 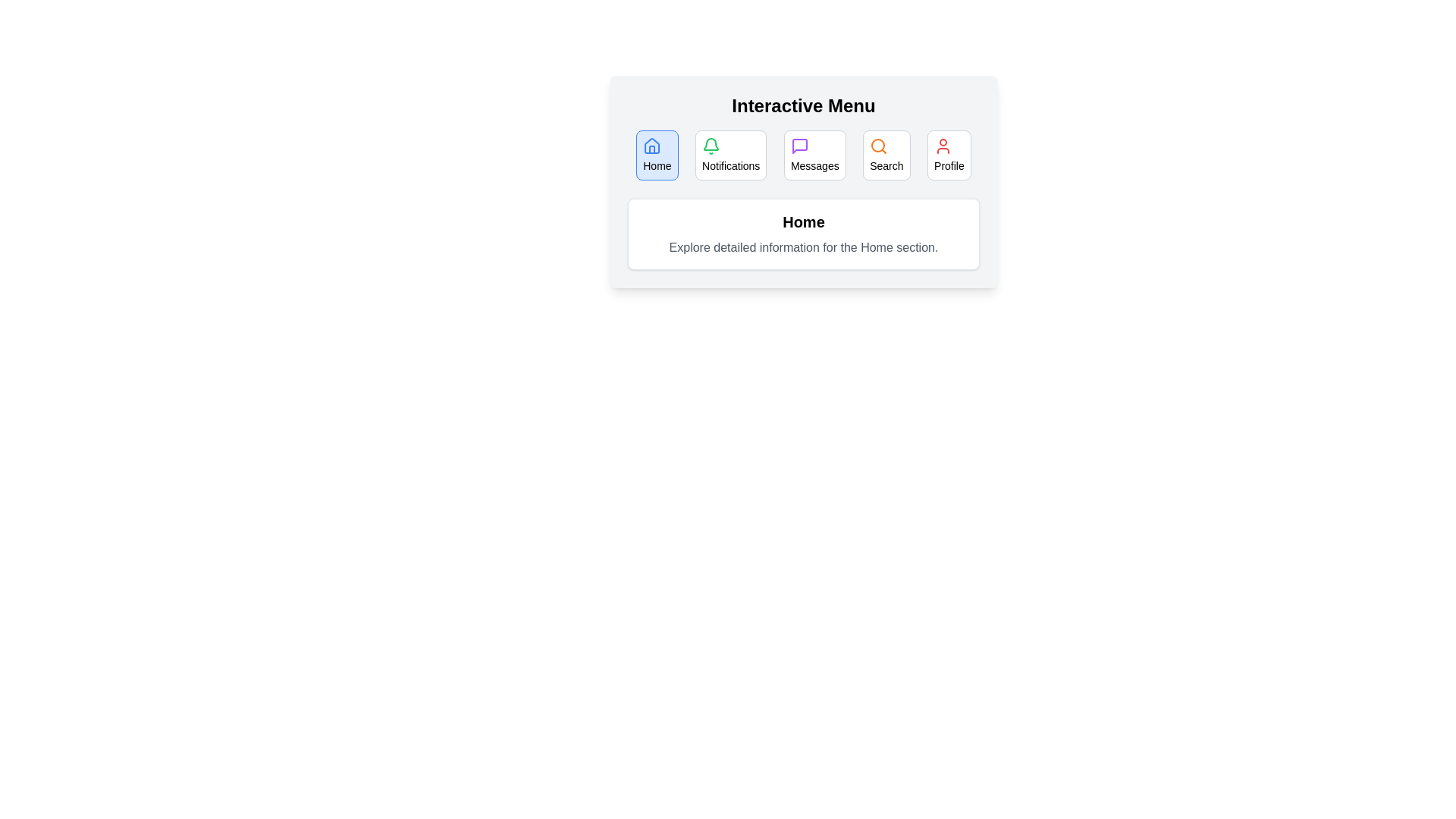 What do you see at coordinates (948, 166) in the screenshot?
I see `the 'Profile' text label, which indicates the function of the 'Profile' button in the top right of the horizontal menu bar` at bounding box center [948, 166].